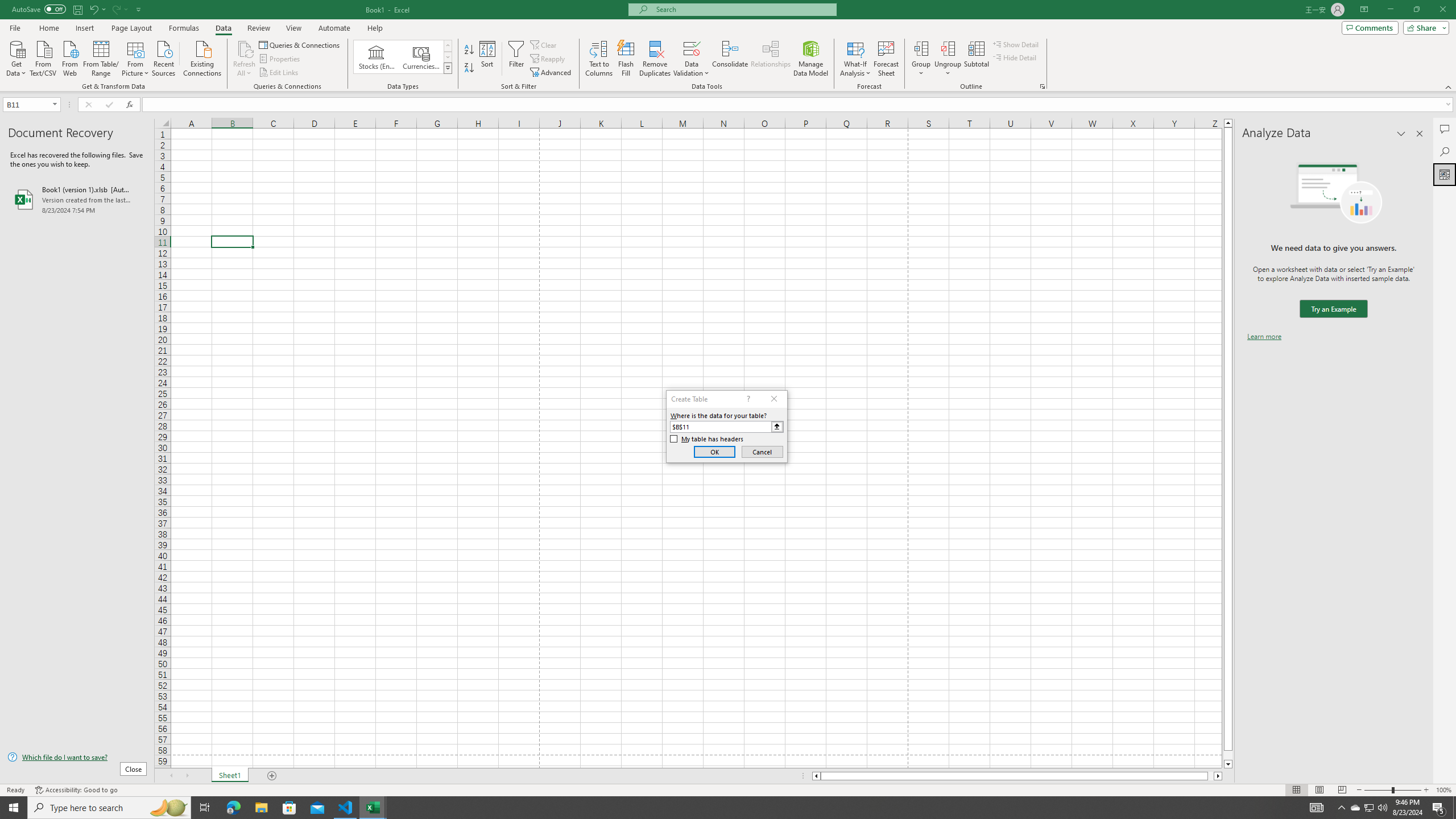 This screenshot has width=1456, height=819. Describe the element at coordinates (39, 9) in the screenshot. I see `'AutoSave'` at that location.